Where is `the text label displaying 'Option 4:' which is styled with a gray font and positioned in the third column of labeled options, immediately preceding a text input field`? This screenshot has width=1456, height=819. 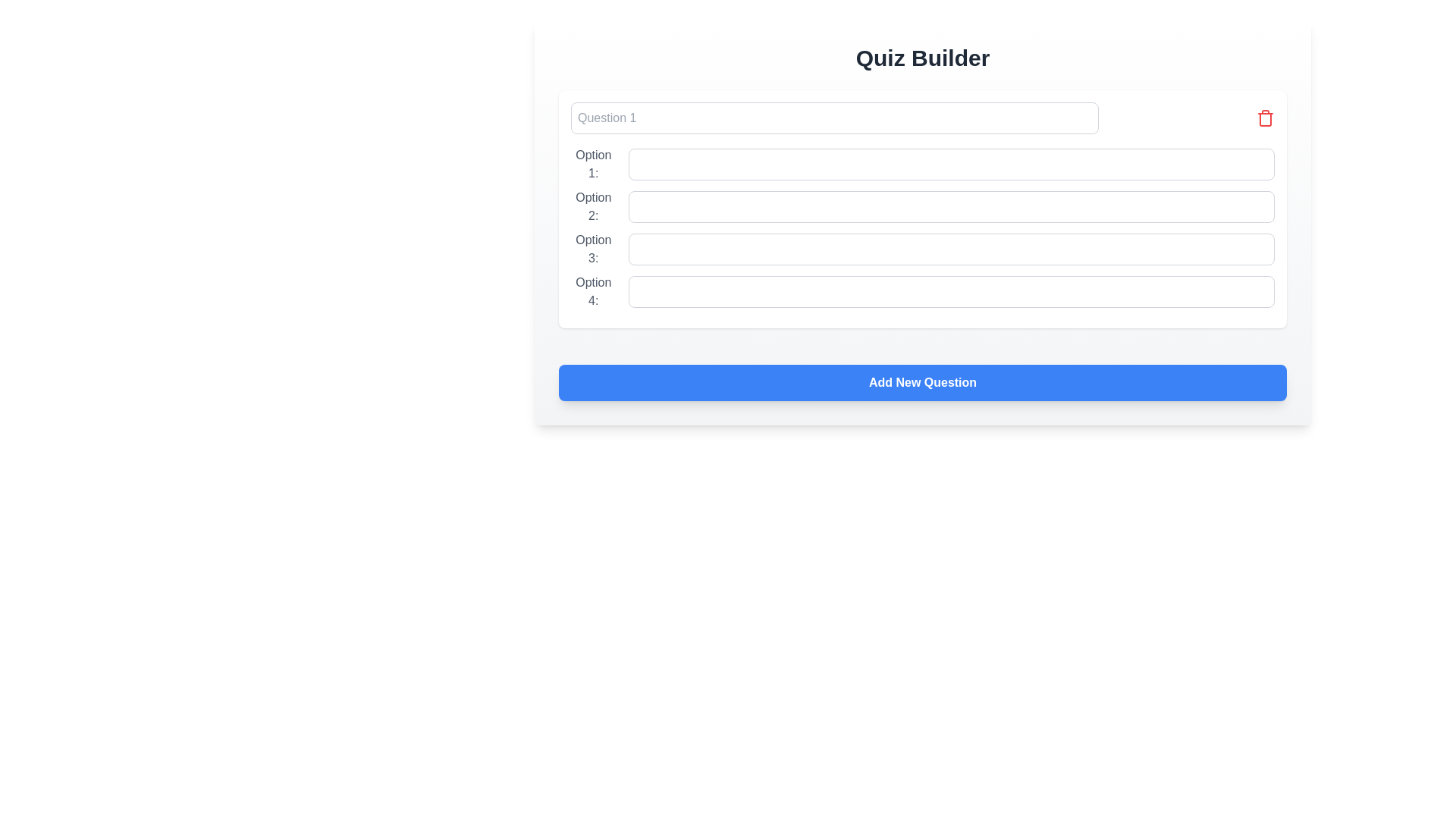
the text label displaying 'Option 4:' which is styled with a gray font and positioned in the third column of labeled options, immediately preceding a text input field is located at coordinates (592, 292).